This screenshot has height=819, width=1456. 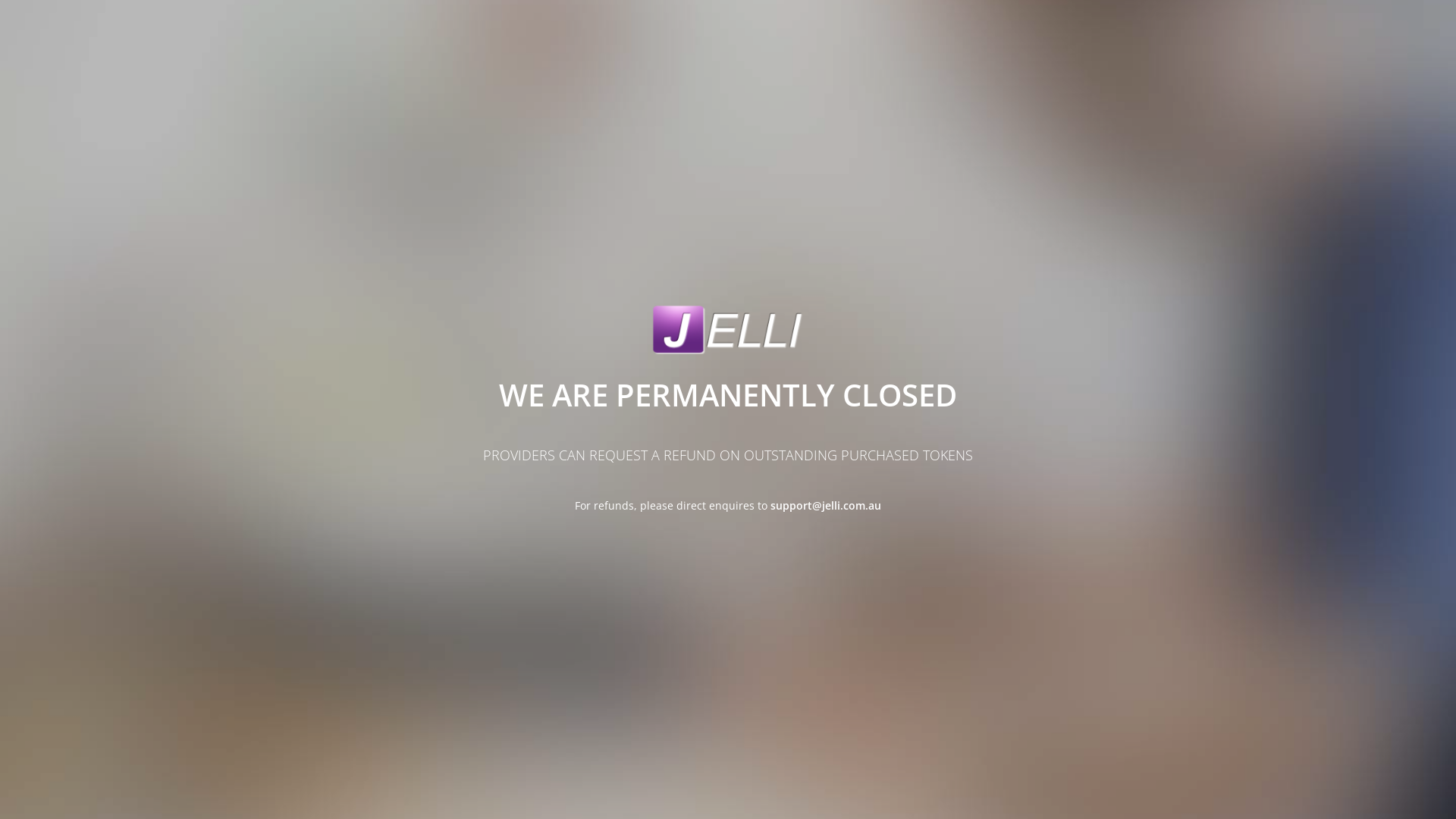 What do you see at coordinates (825, 505) in the screenshot?
I see `'support@jelli.com.au'` at bounding box center [825, 505].